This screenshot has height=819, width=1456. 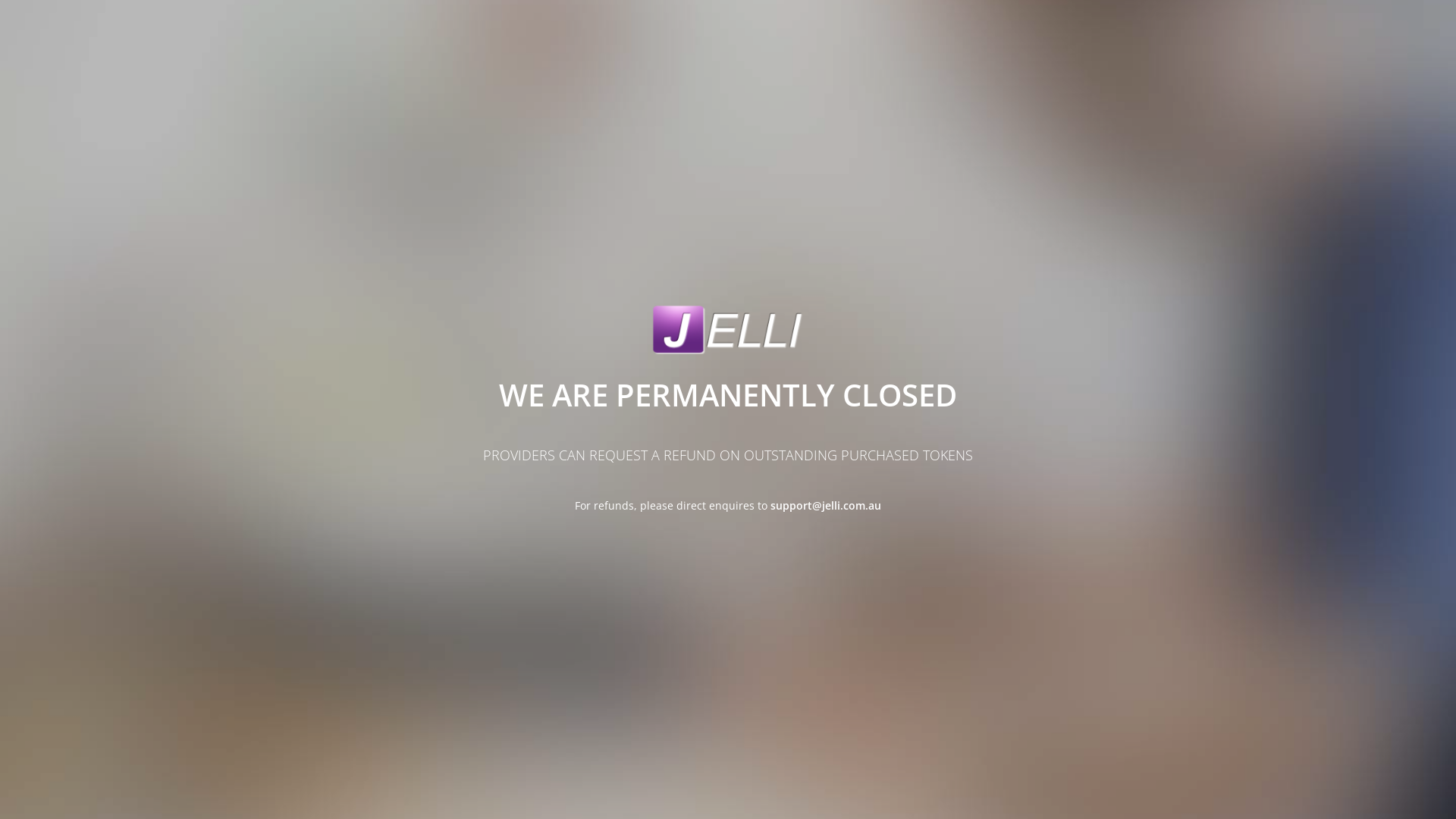 What do you see at coordinates (825, 505) in the screenshot?
I see `'support@jelli.com.au'` at bounding box center [825, 505].